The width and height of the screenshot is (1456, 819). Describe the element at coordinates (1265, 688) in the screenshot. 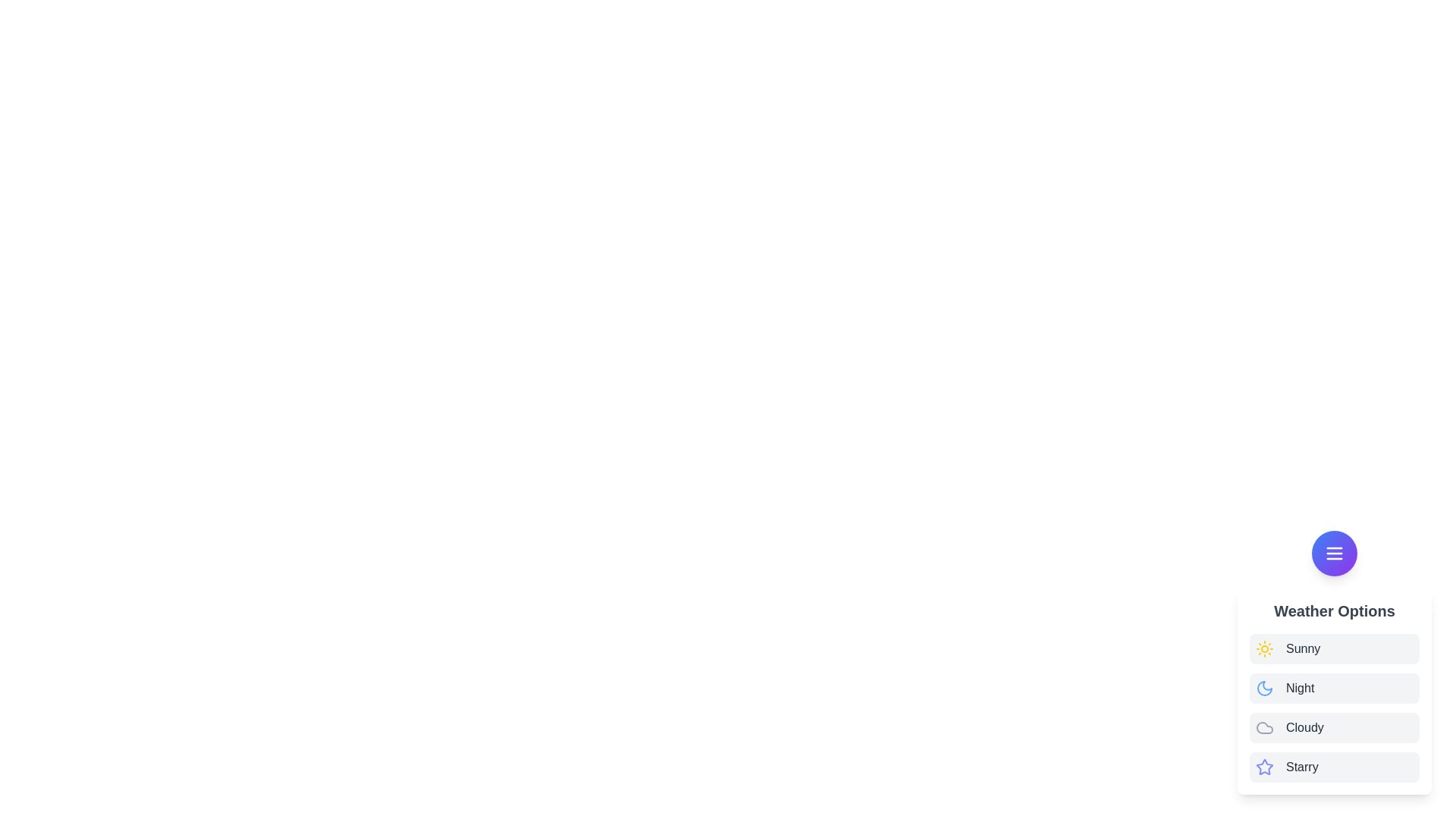

I see `the icon of the weather option Night` at that location.